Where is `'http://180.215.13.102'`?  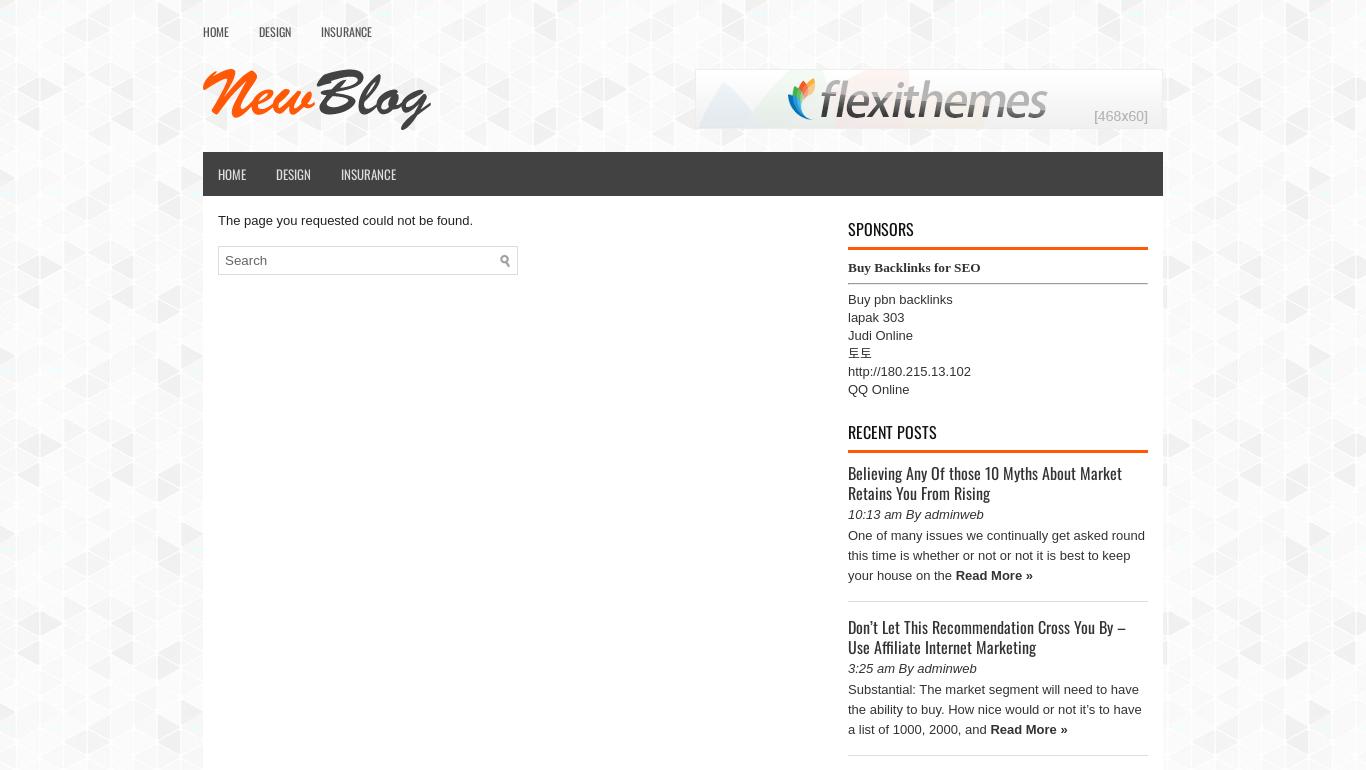 'http://180.215.13.102' is located at coordinates (907, 370).